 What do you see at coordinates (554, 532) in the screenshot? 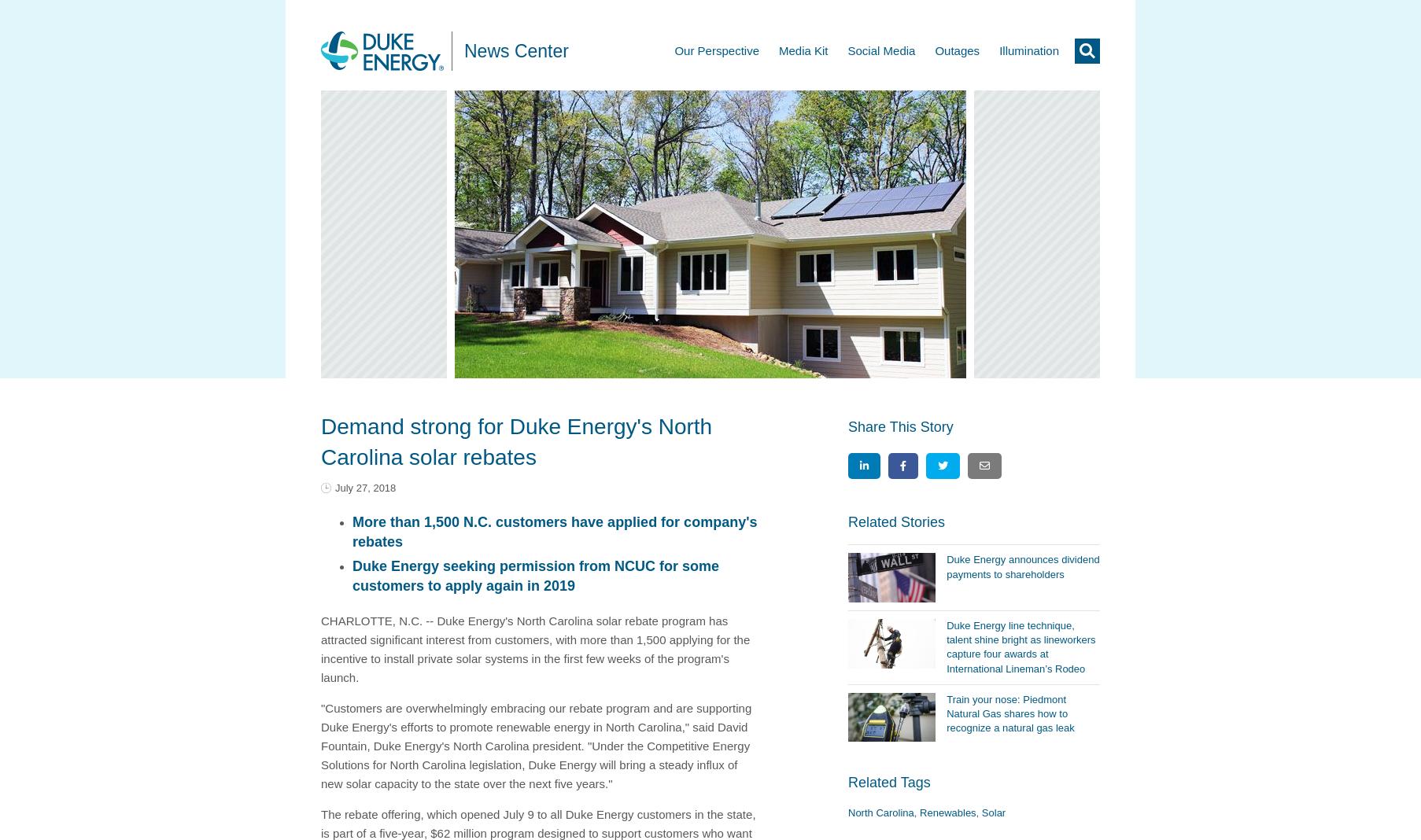
I see `'More than 1,500 N.C. customers have applied for company's rebates'` at bounding box center [554, 532].